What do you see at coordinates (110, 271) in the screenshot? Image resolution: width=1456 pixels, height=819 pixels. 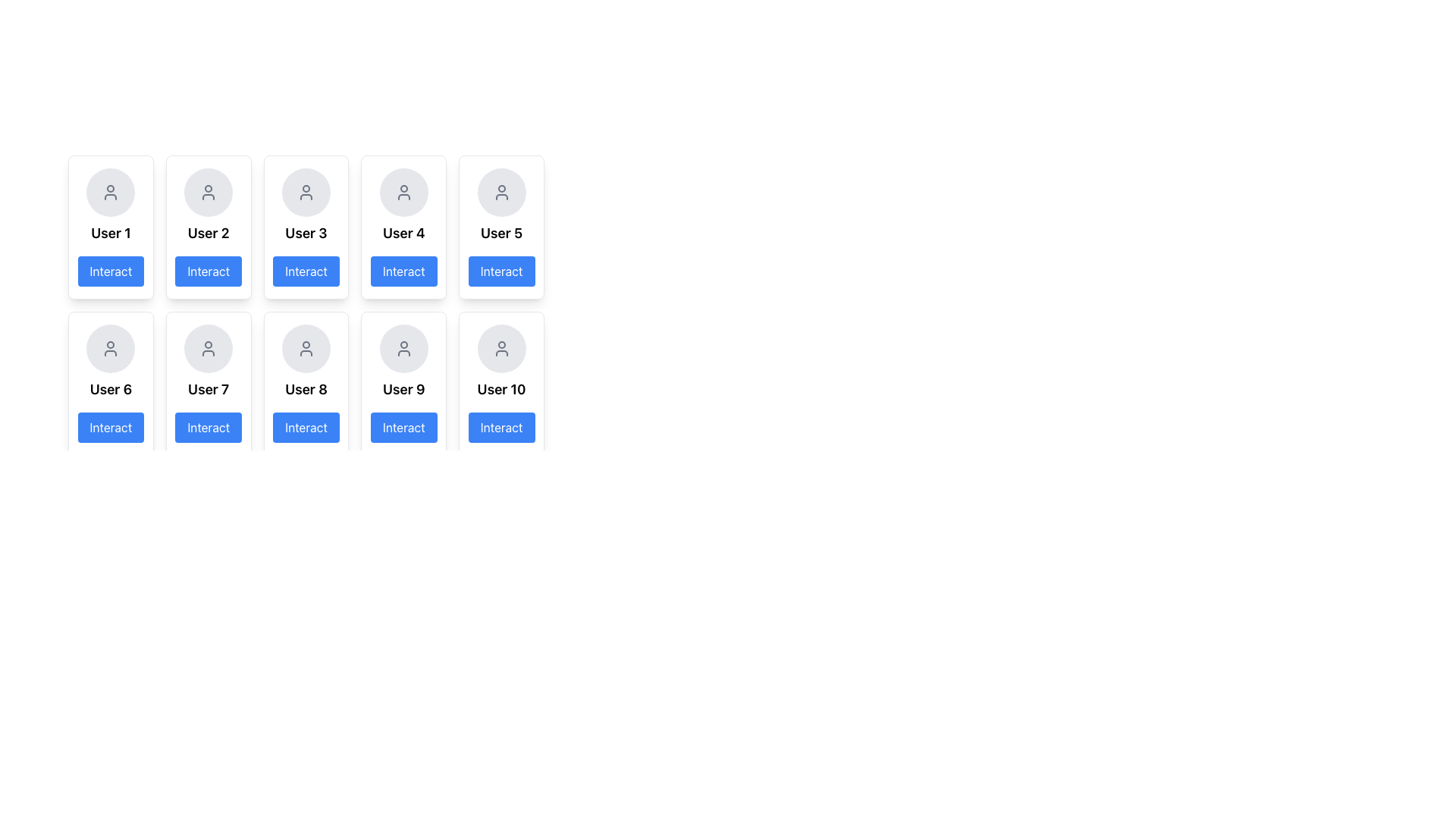 I see `the 'Interact' button located directly below the text label 'User 1' to initiate an action` at bounding box center [110, 271].